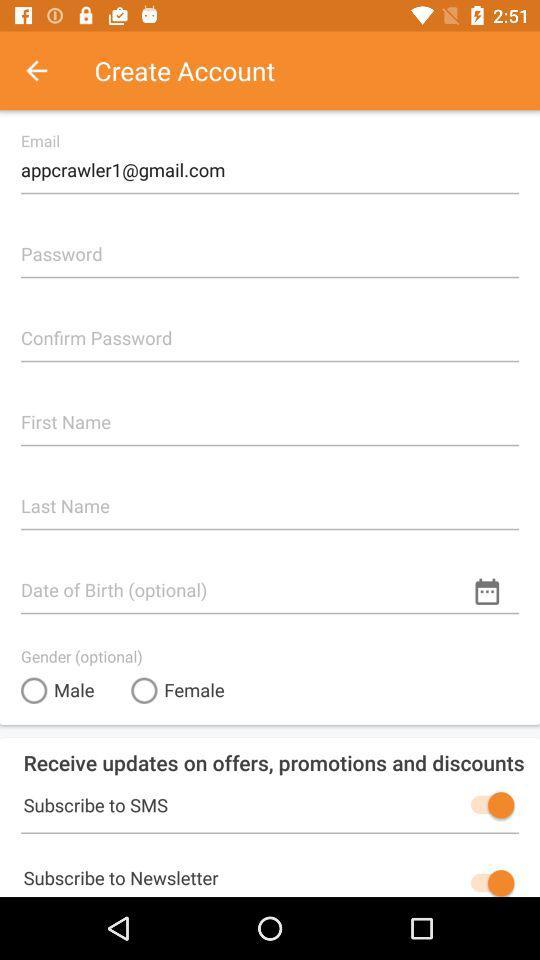  Describe the element at coordinates (270, 413) in the screenshot. I see `first name` at that location.